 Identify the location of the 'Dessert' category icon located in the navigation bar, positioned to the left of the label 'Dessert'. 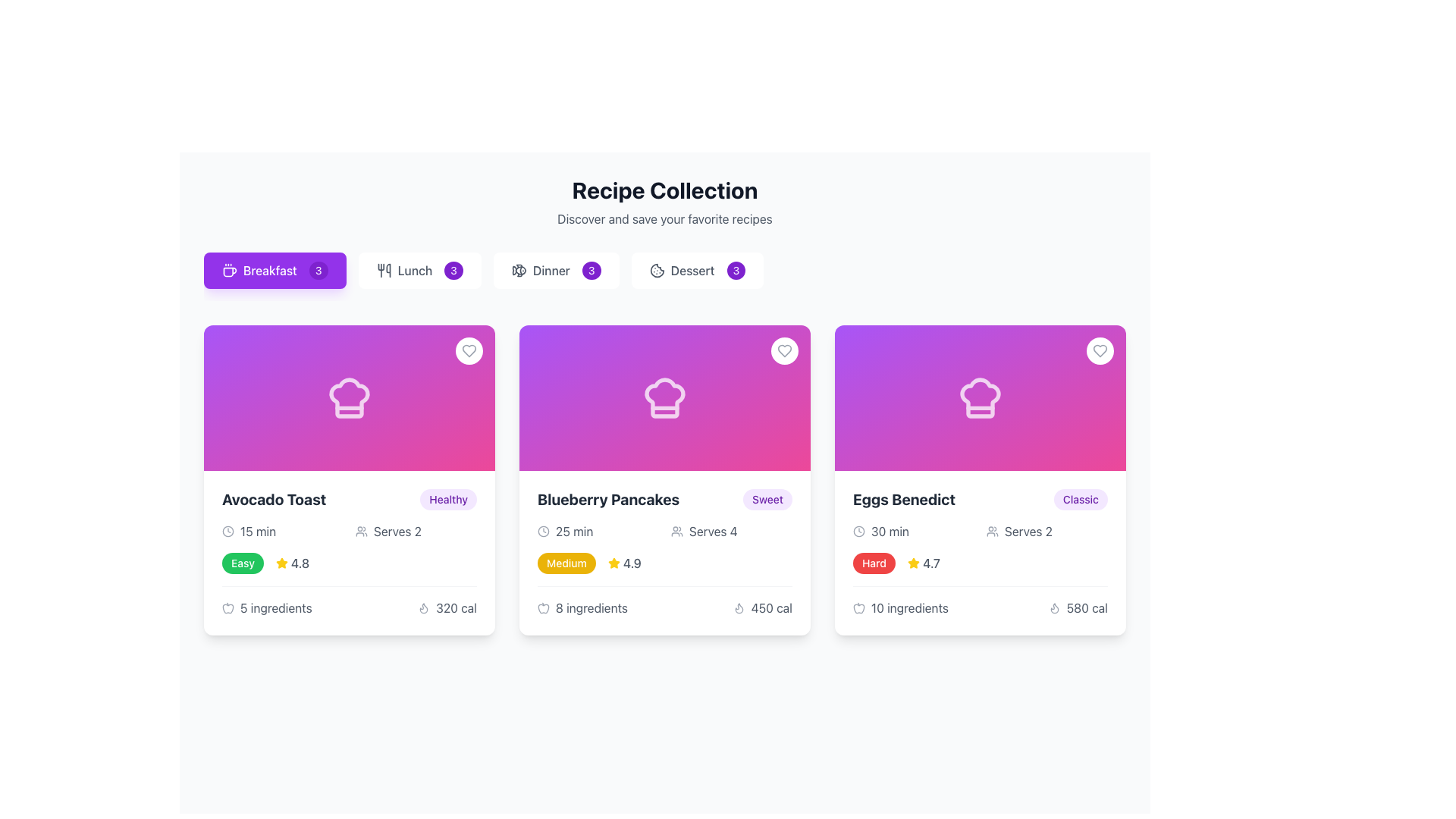
(657, 270).